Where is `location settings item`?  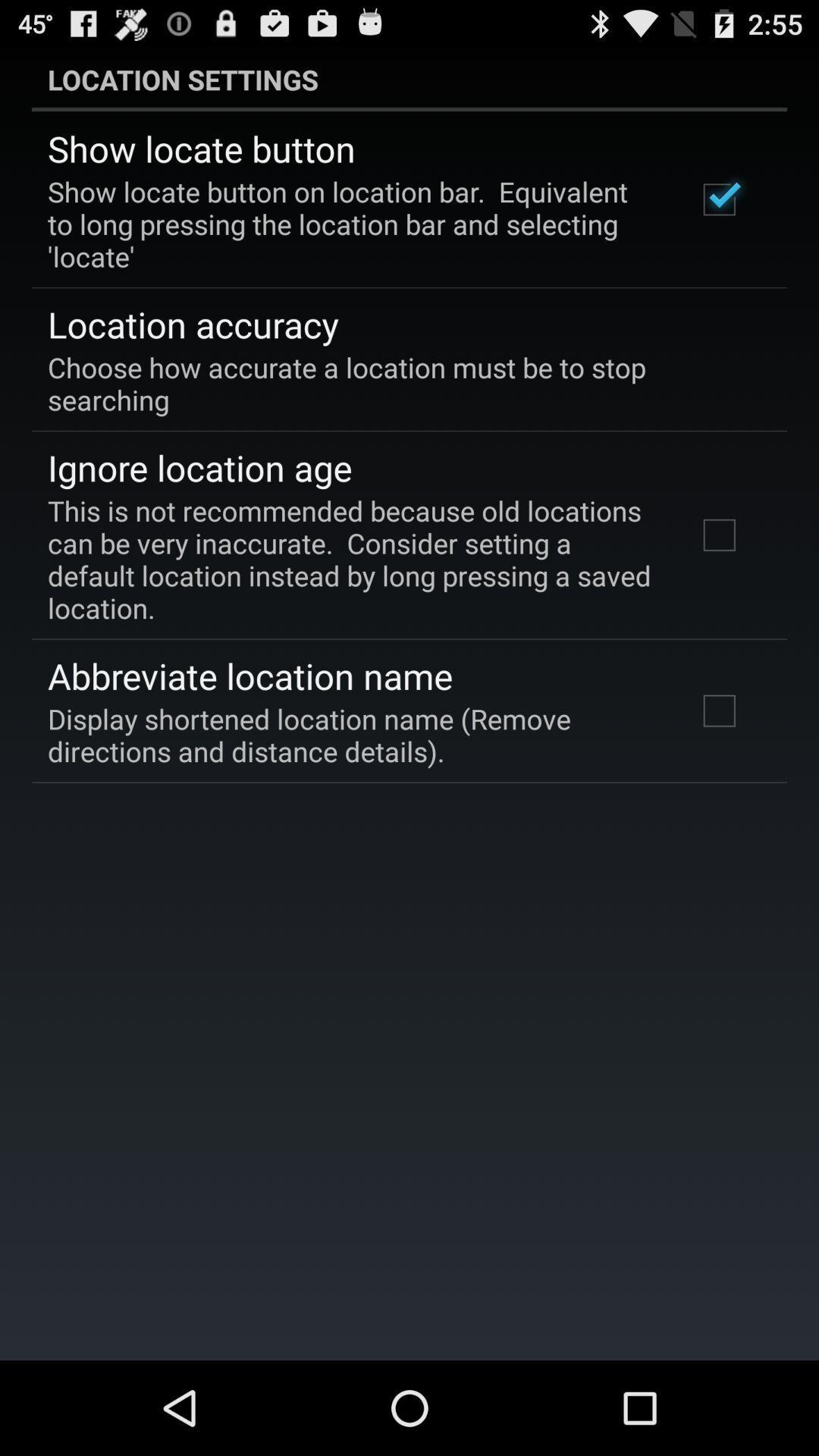
location settings item is located at coordinates (409, 79).